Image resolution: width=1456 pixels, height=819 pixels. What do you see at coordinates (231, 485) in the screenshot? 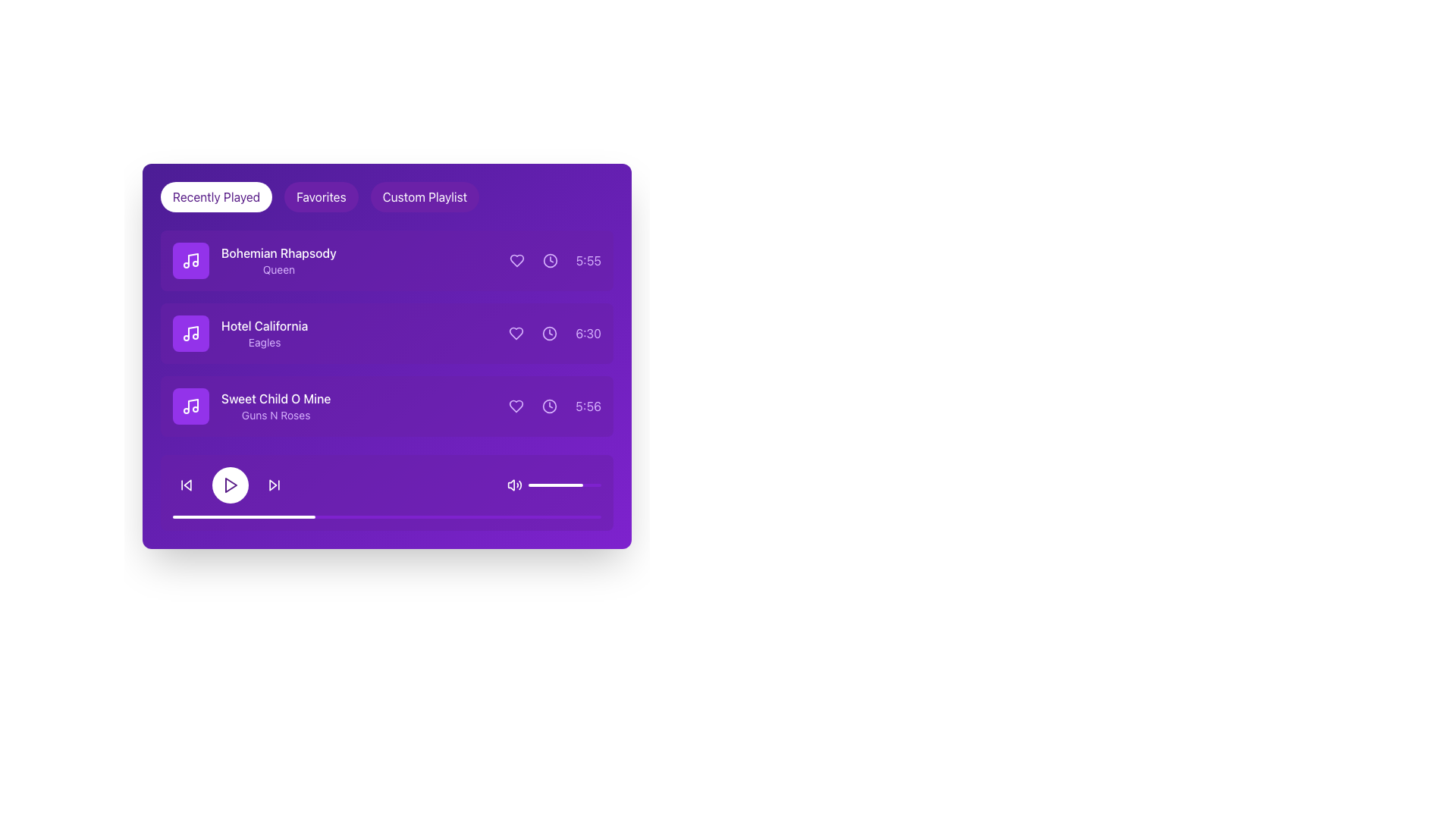
I see `the play icon in the circular play control button located in the bottom control bar of the music player interface` at bounding box center [231, 485].